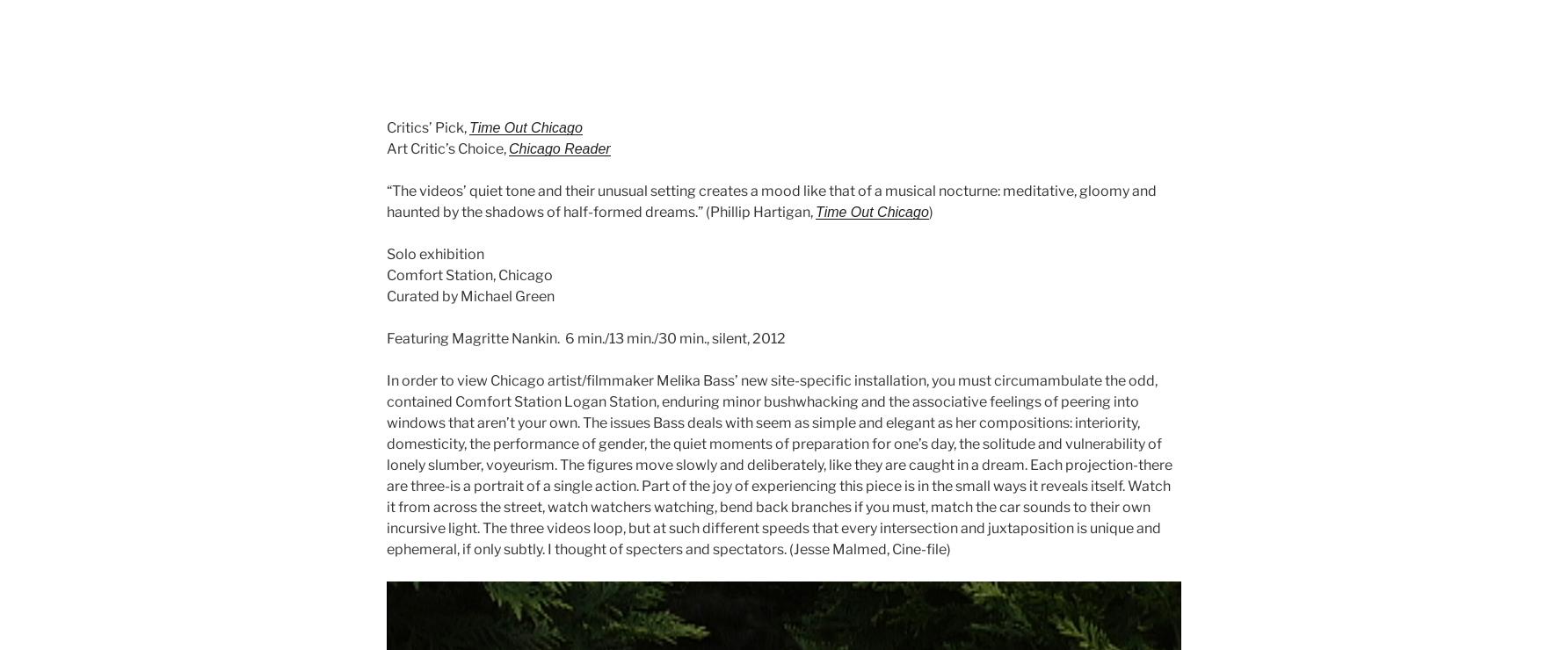 This screenshot has height=650, width=1568. Describe the element at coordinates (435, 254) in the screenshot. I see `'Solo exhibition'` at that location.